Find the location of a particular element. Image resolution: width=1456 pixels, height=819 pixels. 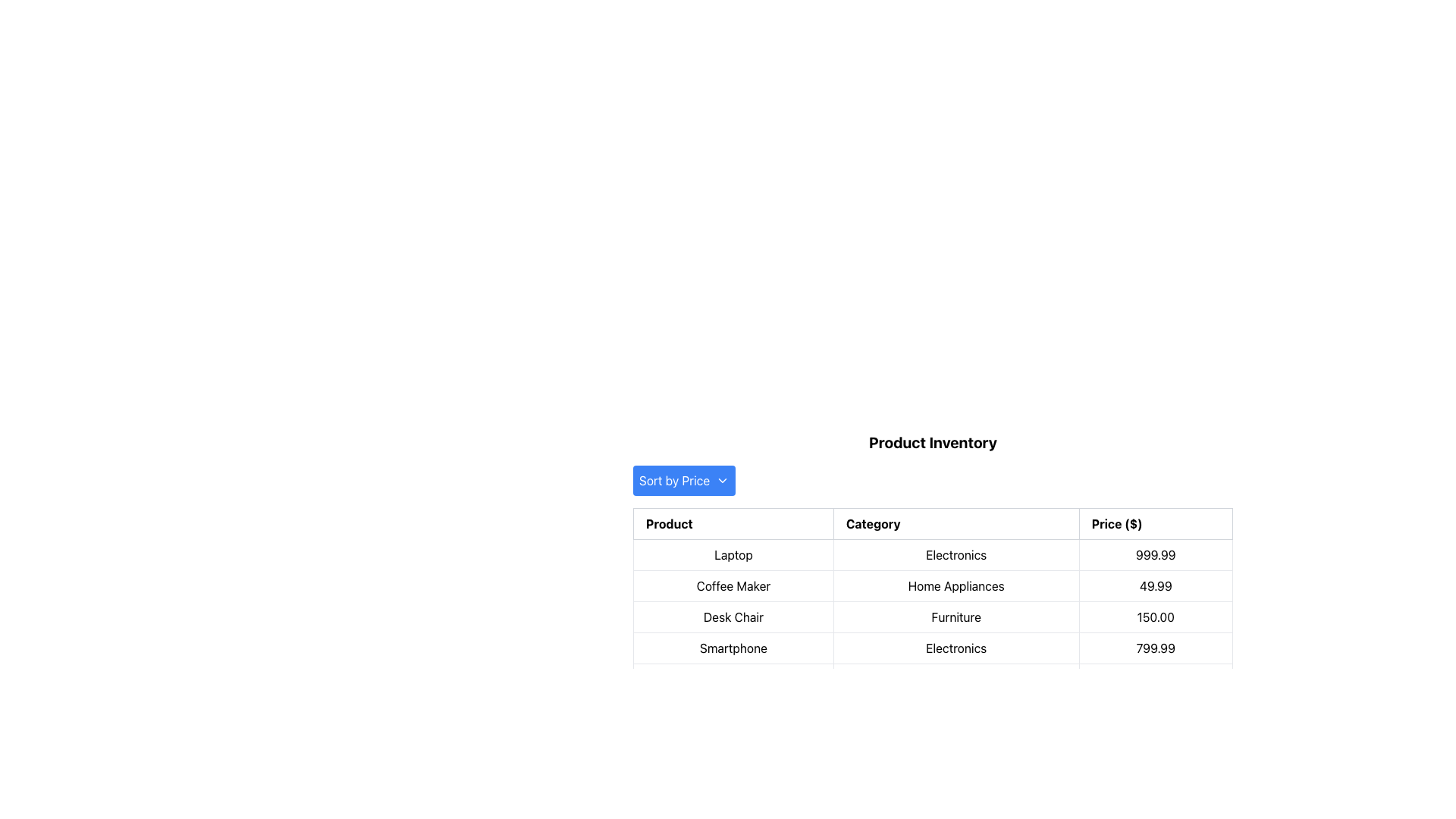

the Table Cell containing the text 'Coffee Maker', which is styled with gray bordered edges and is located in the second row under the 'Product' column is located at coordinates (733, 585).